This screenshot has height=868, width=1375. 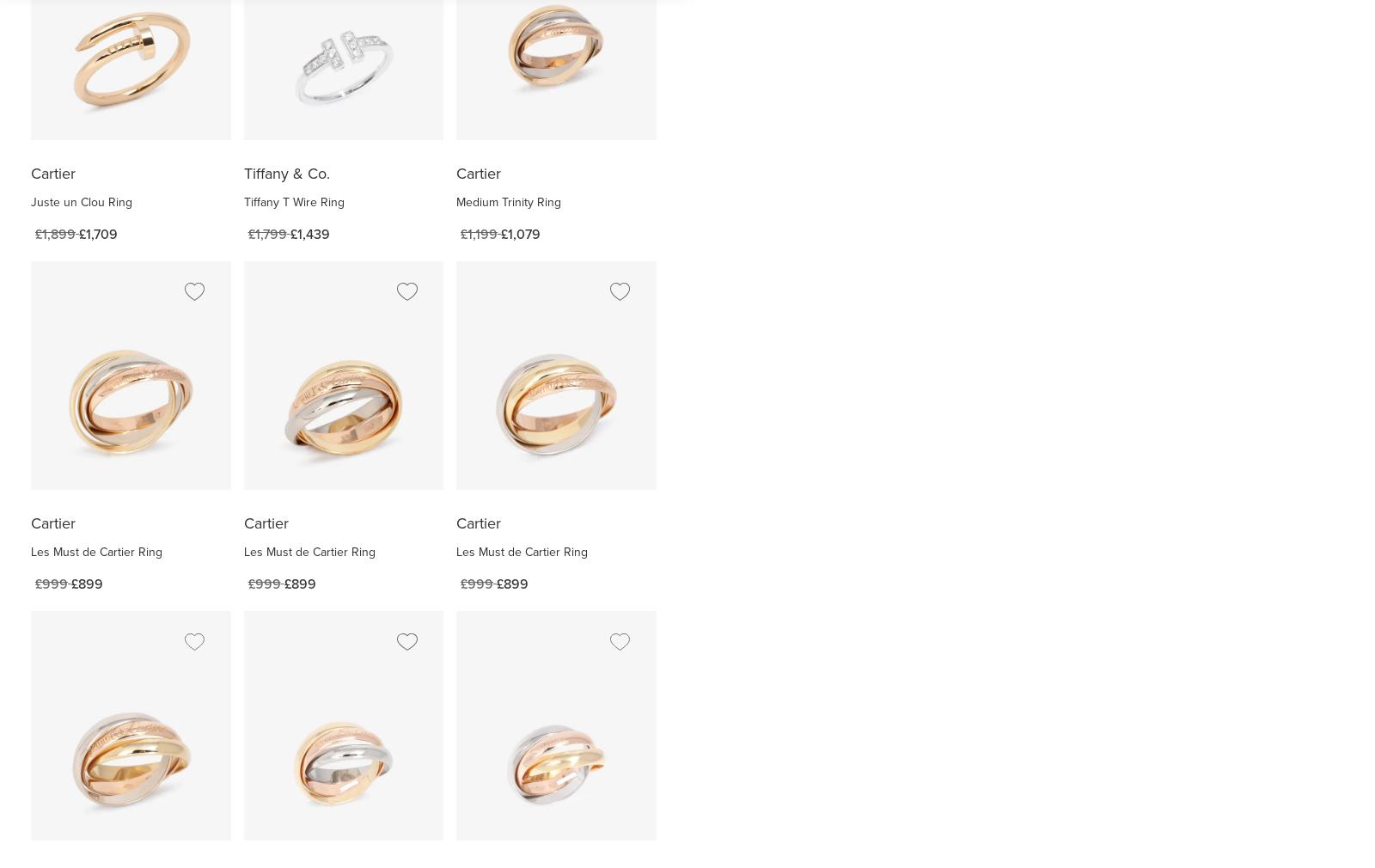 I want to click on 'Medium Trinity Ring', so click(x=508, y=200).